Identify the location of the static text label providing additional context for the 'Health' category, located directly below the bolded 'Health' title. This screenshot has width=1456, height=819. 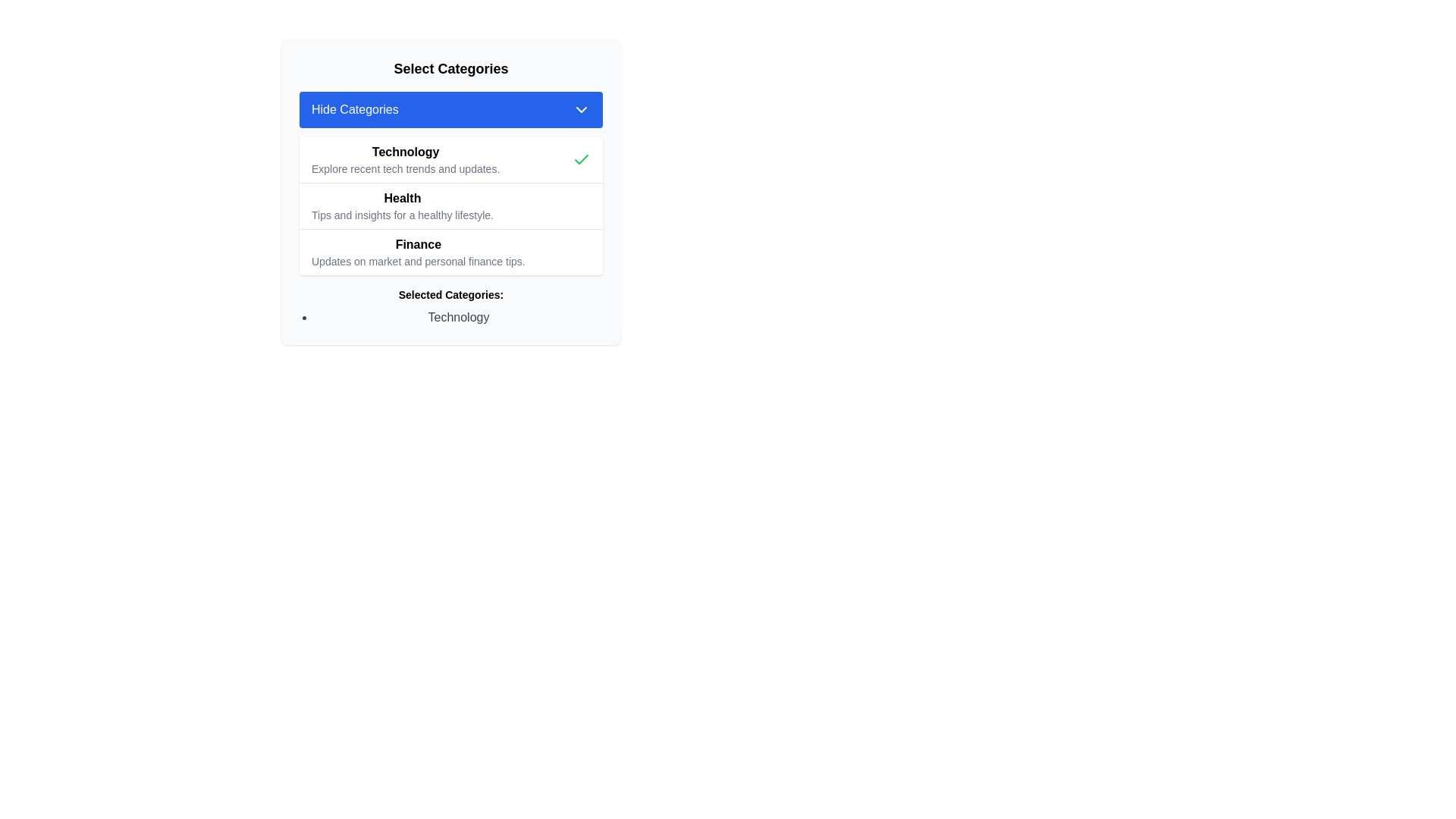
(402, 215).